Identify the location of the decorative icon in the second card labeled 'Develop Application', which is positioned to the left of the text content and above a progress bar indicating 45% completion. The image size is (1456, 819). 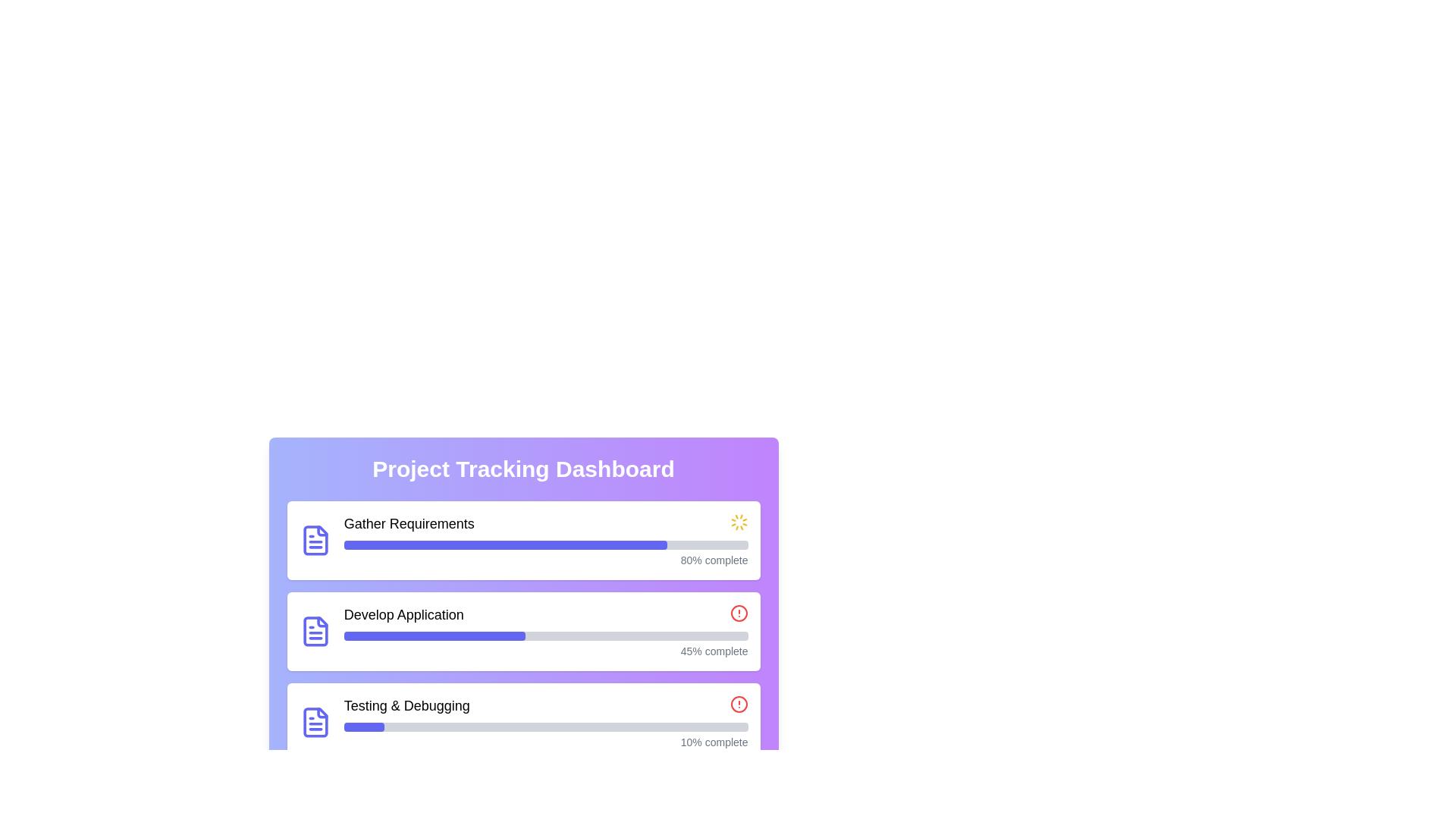
(315, 632).